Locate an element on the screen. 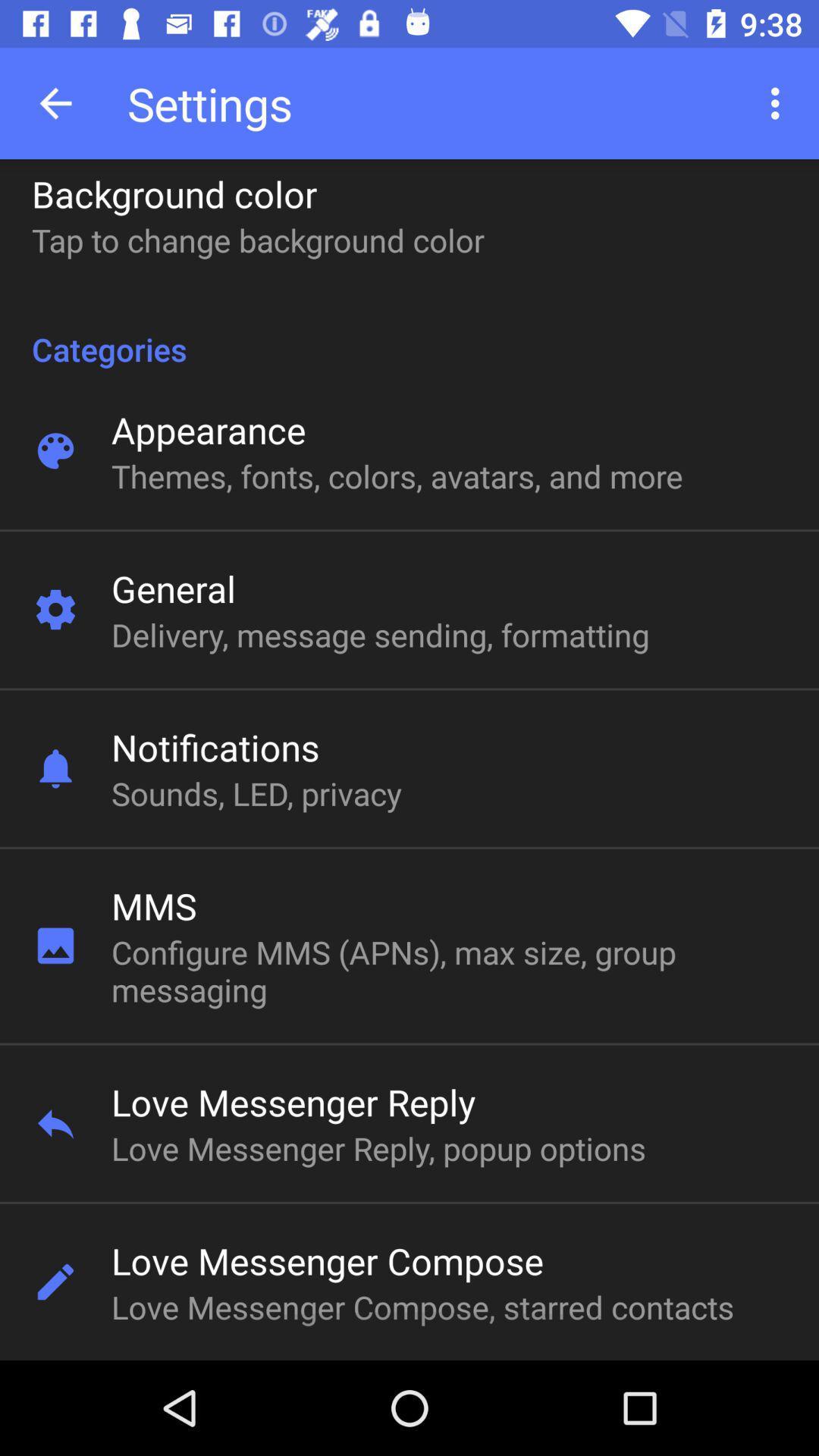 Image resolution: width=819 pixels, height=1456 pixels. the configure mms apns icon is located at coordinates (397, 971).